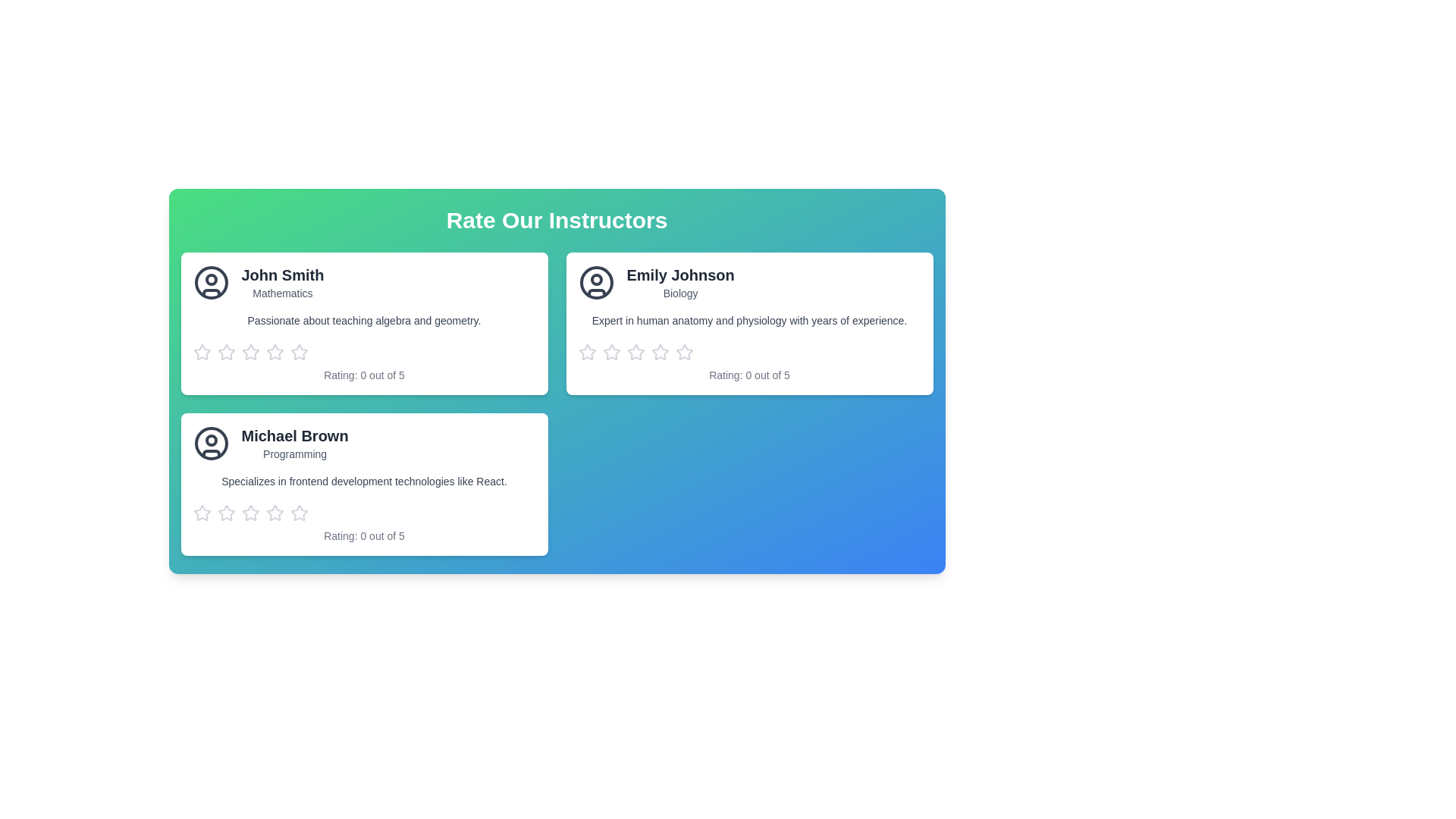 Image resolution: width=1456 pixels, height=819 pixels. I want to click on the third gray-colored outlined star icon in the rating group below the 'Michael Brown' card to give a rating, so click(225, 513).